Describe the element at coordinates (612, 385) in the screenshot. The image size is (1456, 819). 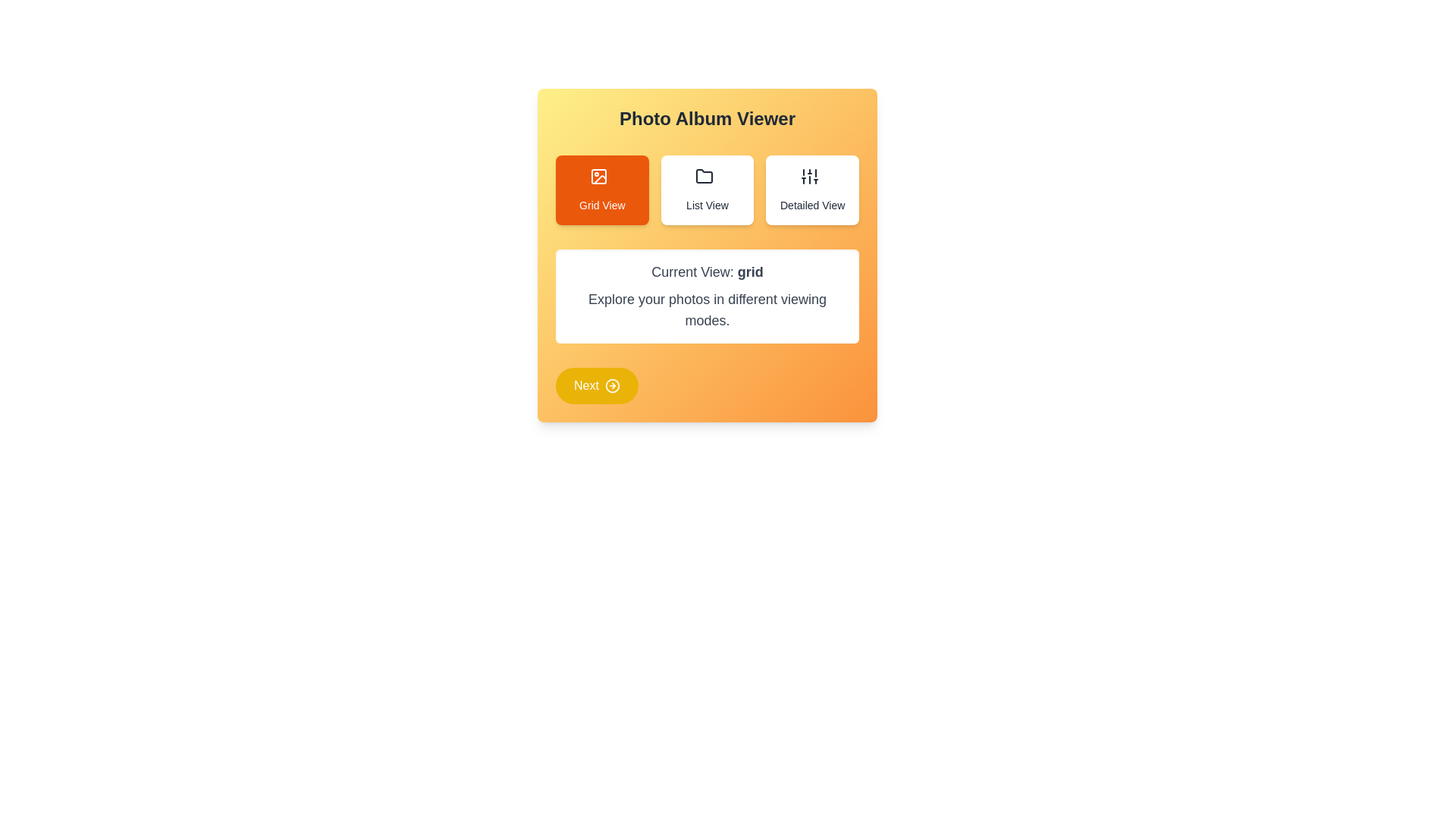
I see `the 'Next' button icon located to the right of the word 'Next' within the orange rectangular interface at the bottom-left section` at that location.